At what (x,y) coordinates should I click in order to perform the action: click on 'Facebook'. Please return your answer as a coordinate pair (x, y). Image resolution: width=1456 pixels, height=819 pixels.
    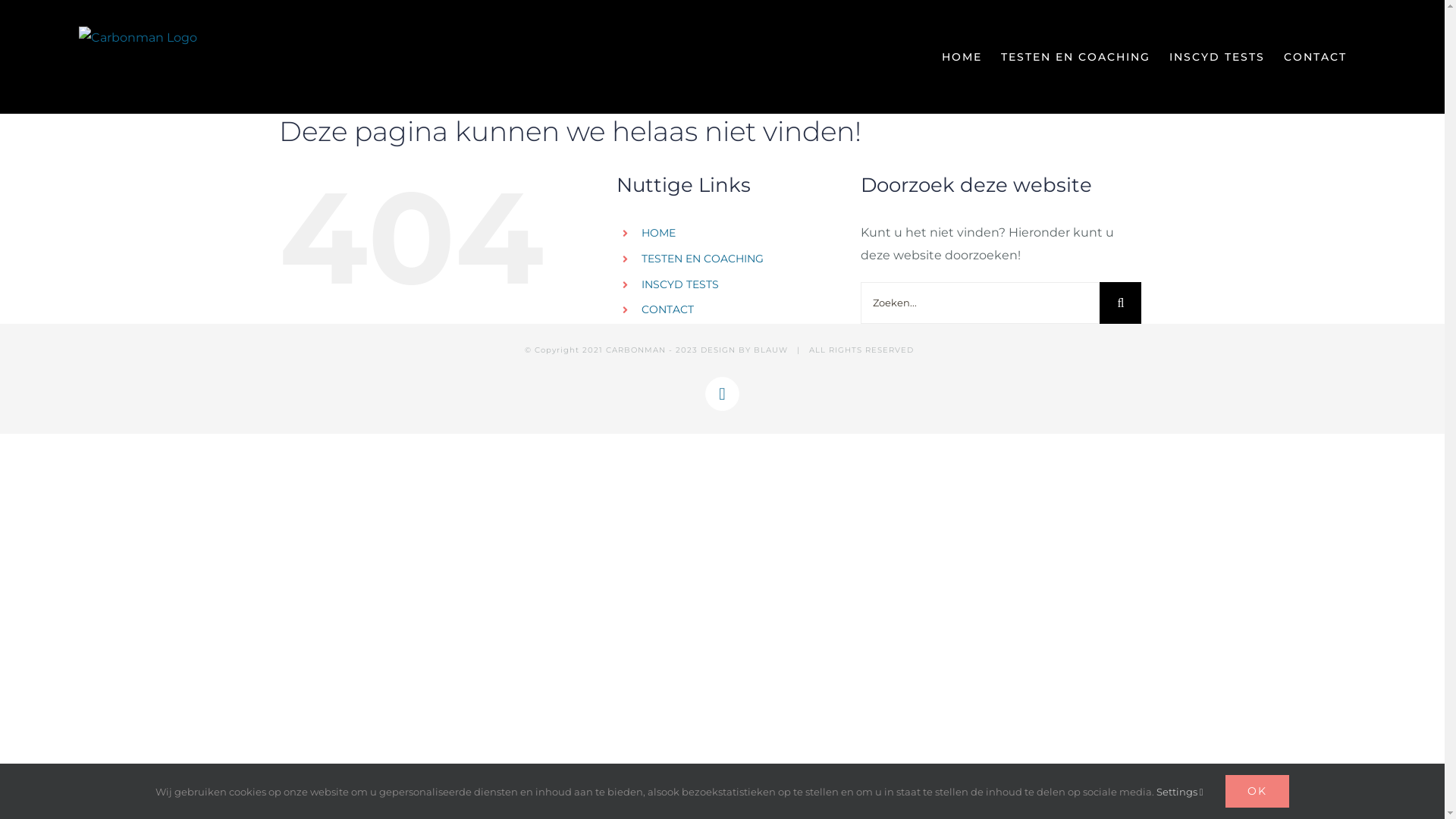
    Looking at the image, I should click on (721, 393).